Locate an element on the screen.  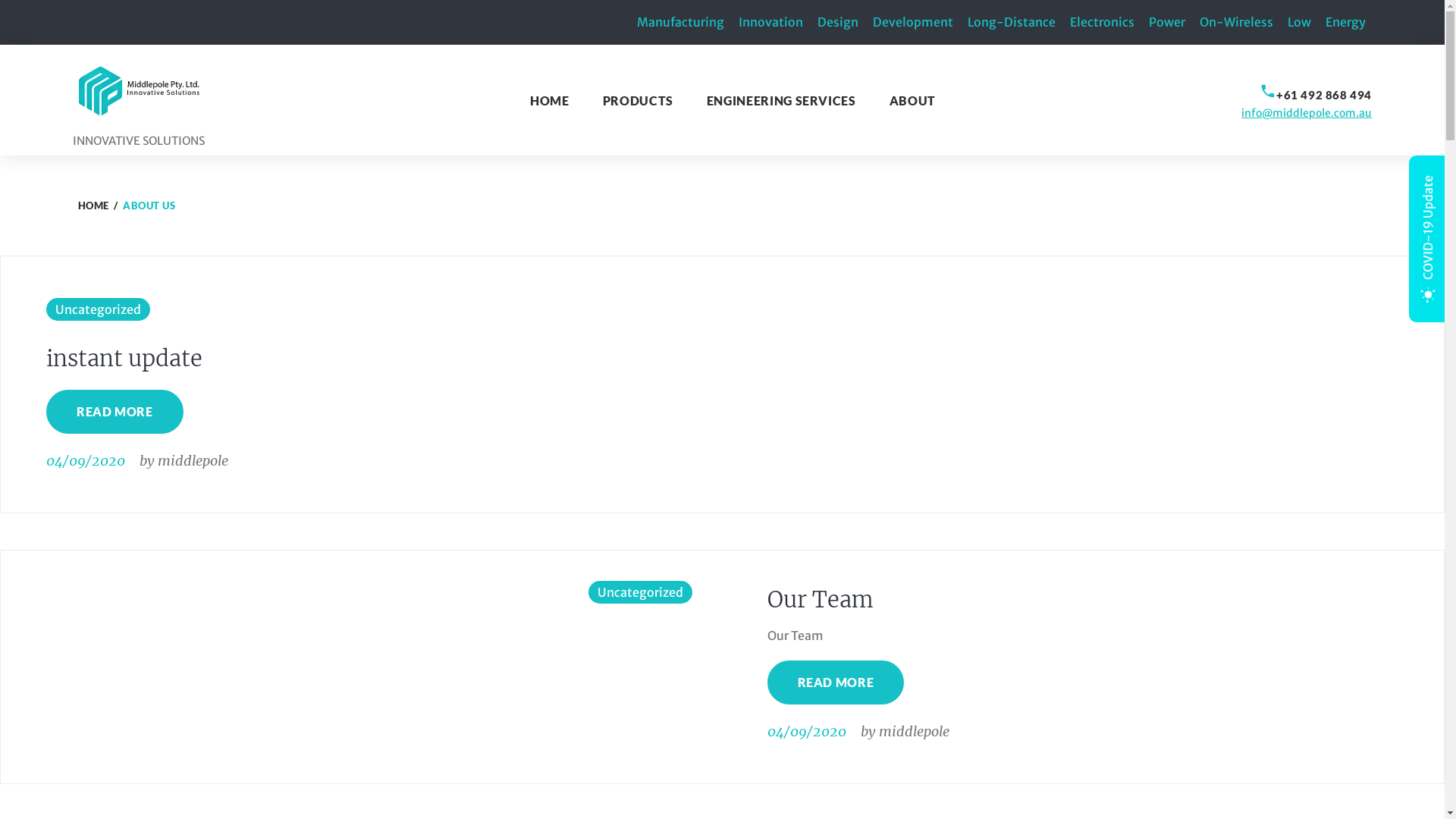
'Skip to content' is located at coordinates (0, 0).